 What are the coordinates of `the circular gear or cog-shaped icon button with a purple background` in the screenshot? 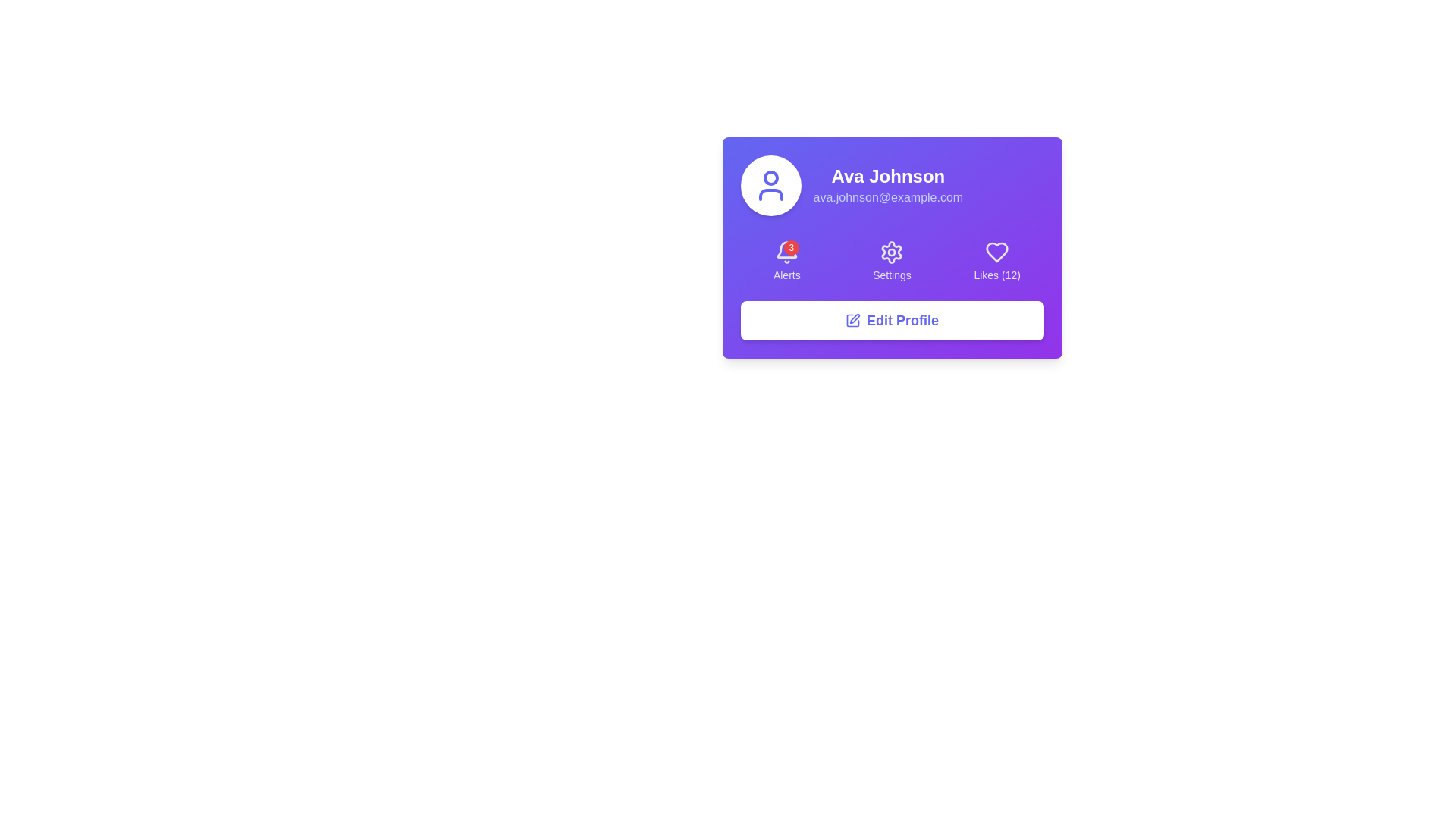 It's located at (892, 251).